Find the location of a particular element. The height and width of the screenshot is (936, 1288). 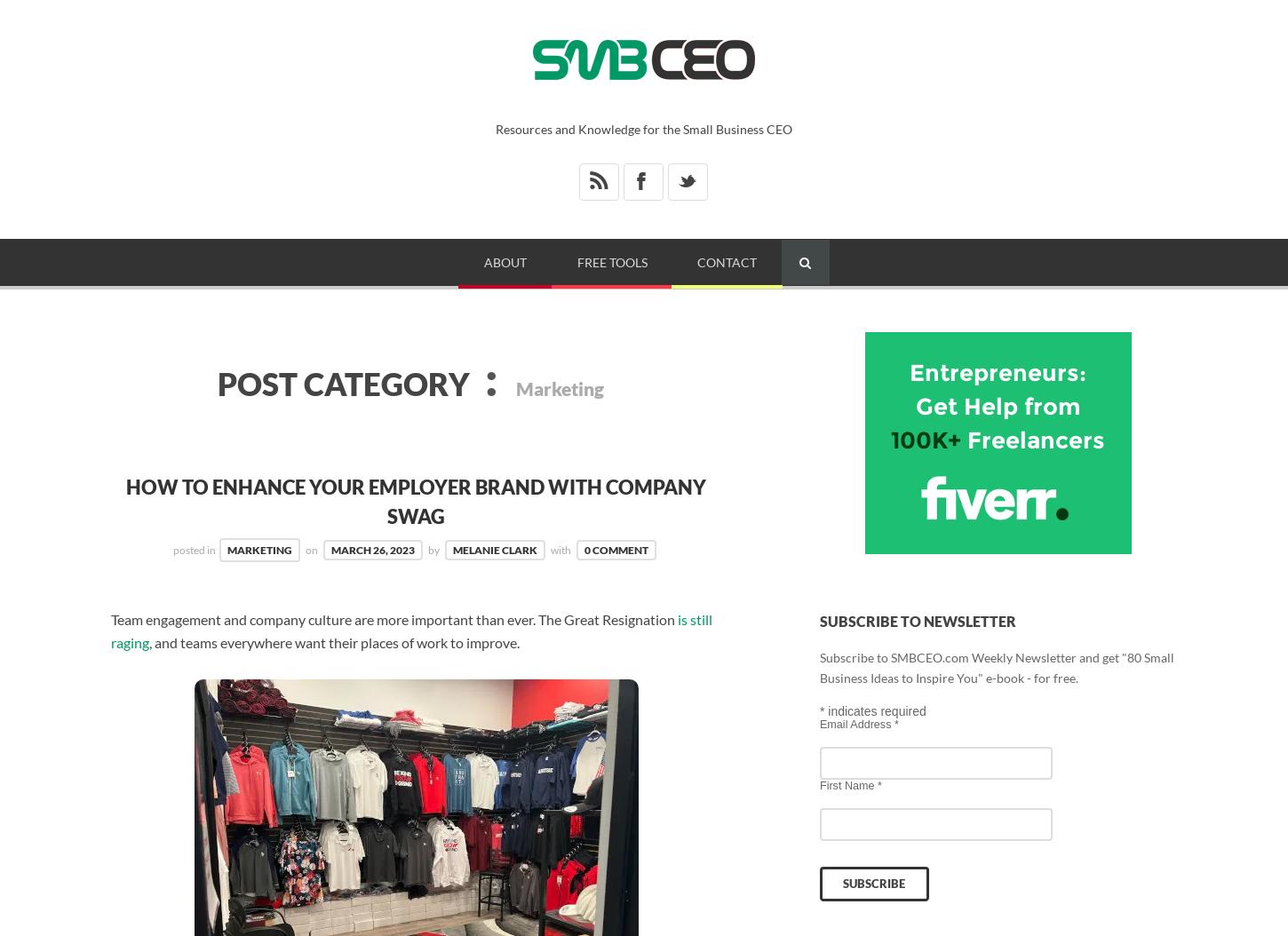

'X' is located at coordinates (630, 182).